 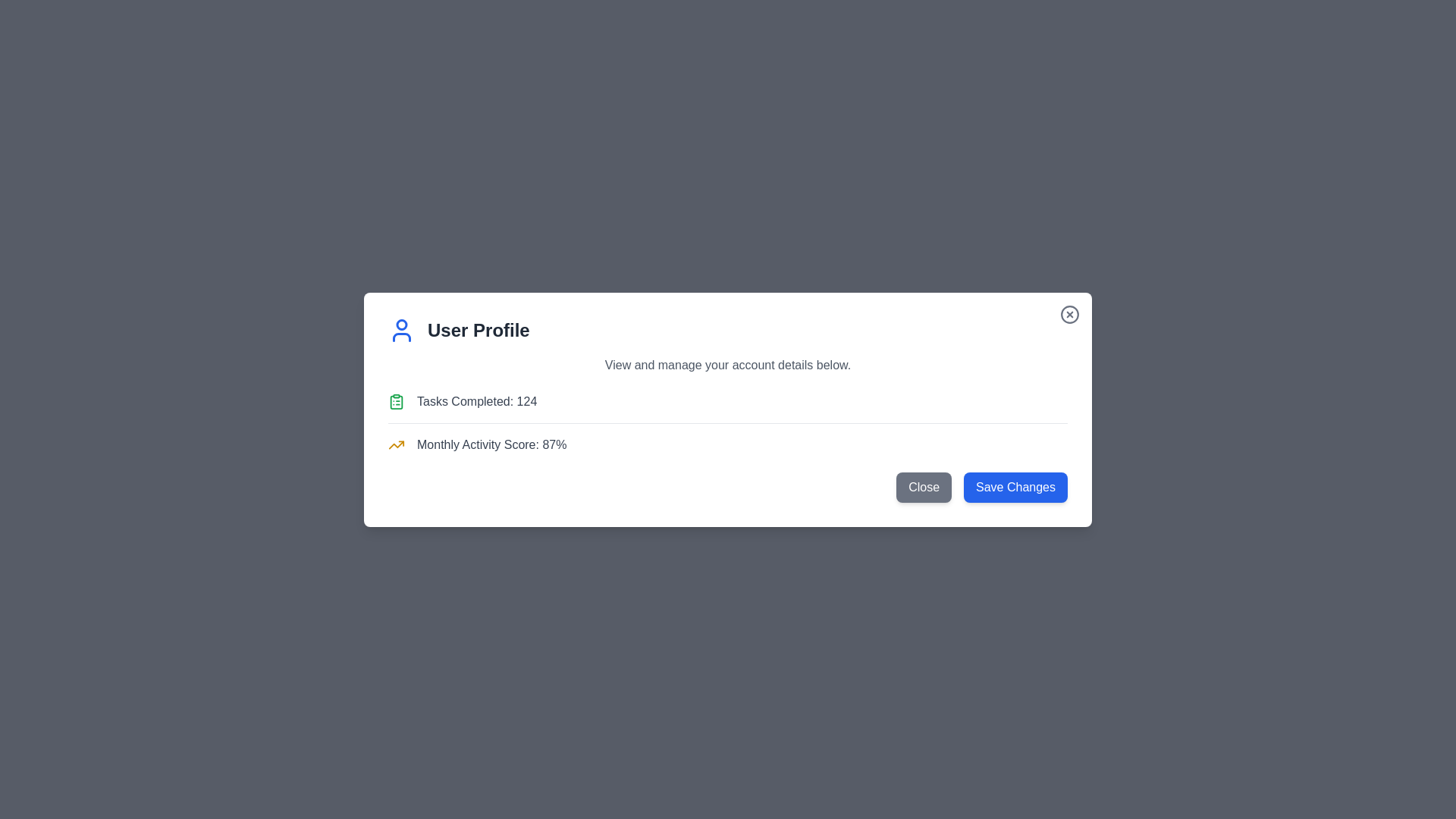 I want to click on the performance metric icon located to the left of the text 'Monthly Activity Score: 87%' in the user profile section, so click(x=397, y=444).